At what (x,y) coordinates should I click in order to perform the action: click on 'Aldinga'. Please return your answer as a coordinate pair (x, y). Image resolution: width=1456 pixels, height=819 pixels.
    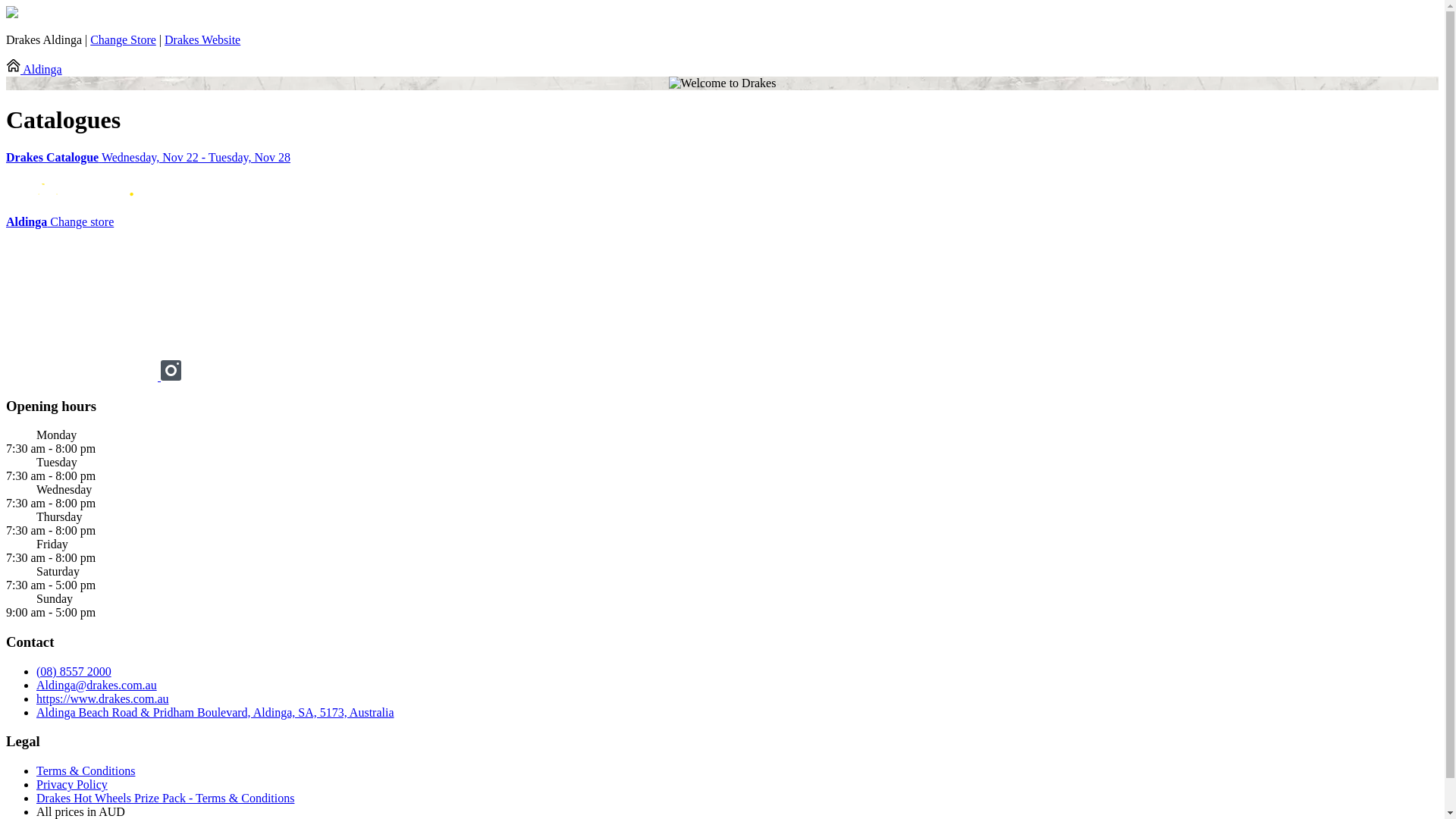
    Looking at the image, I should click on (33, 69).